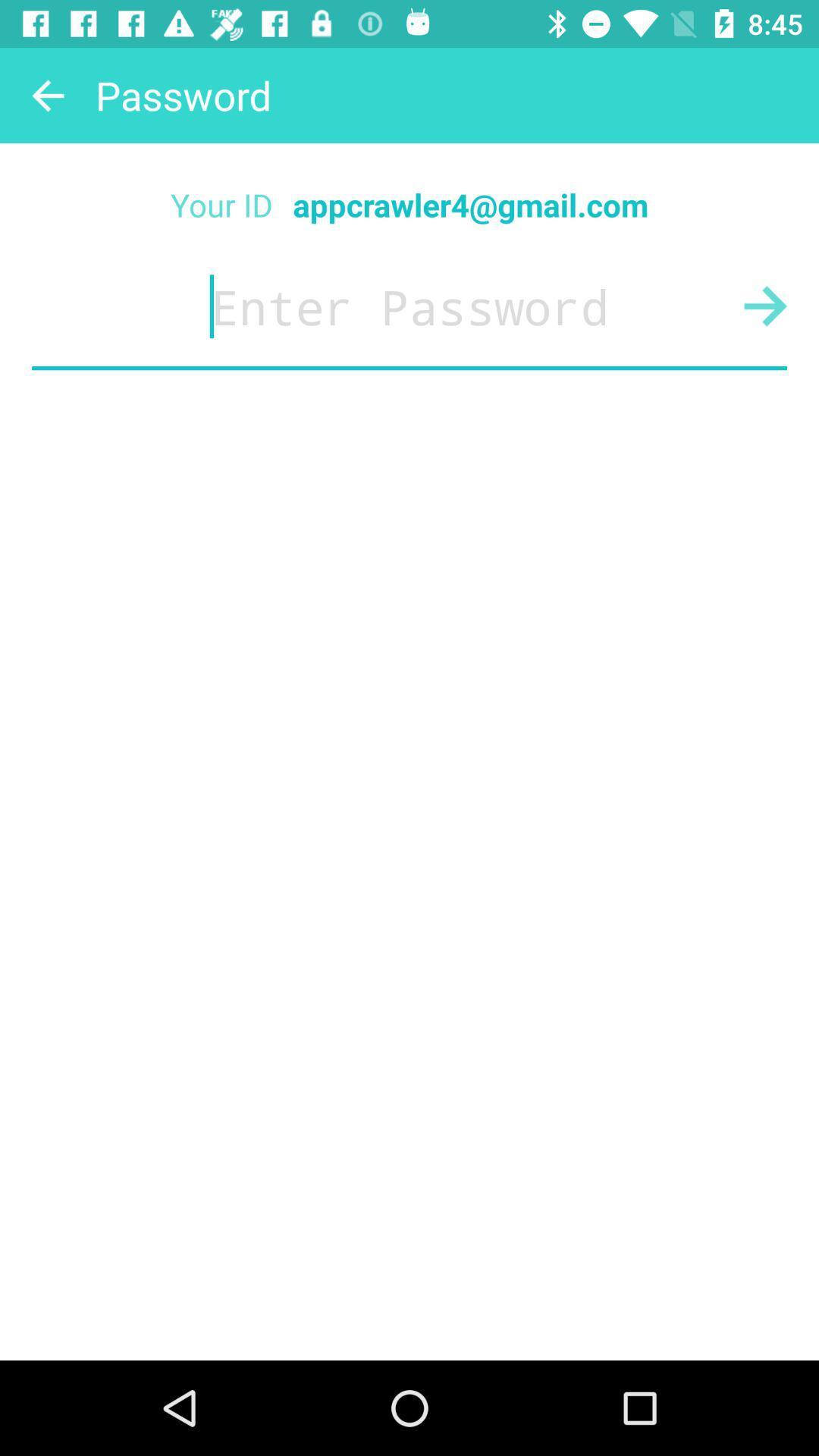 The width and height of the screenshot is (819, 1456). I want to click on item next to the password icon, so click(46, 94).